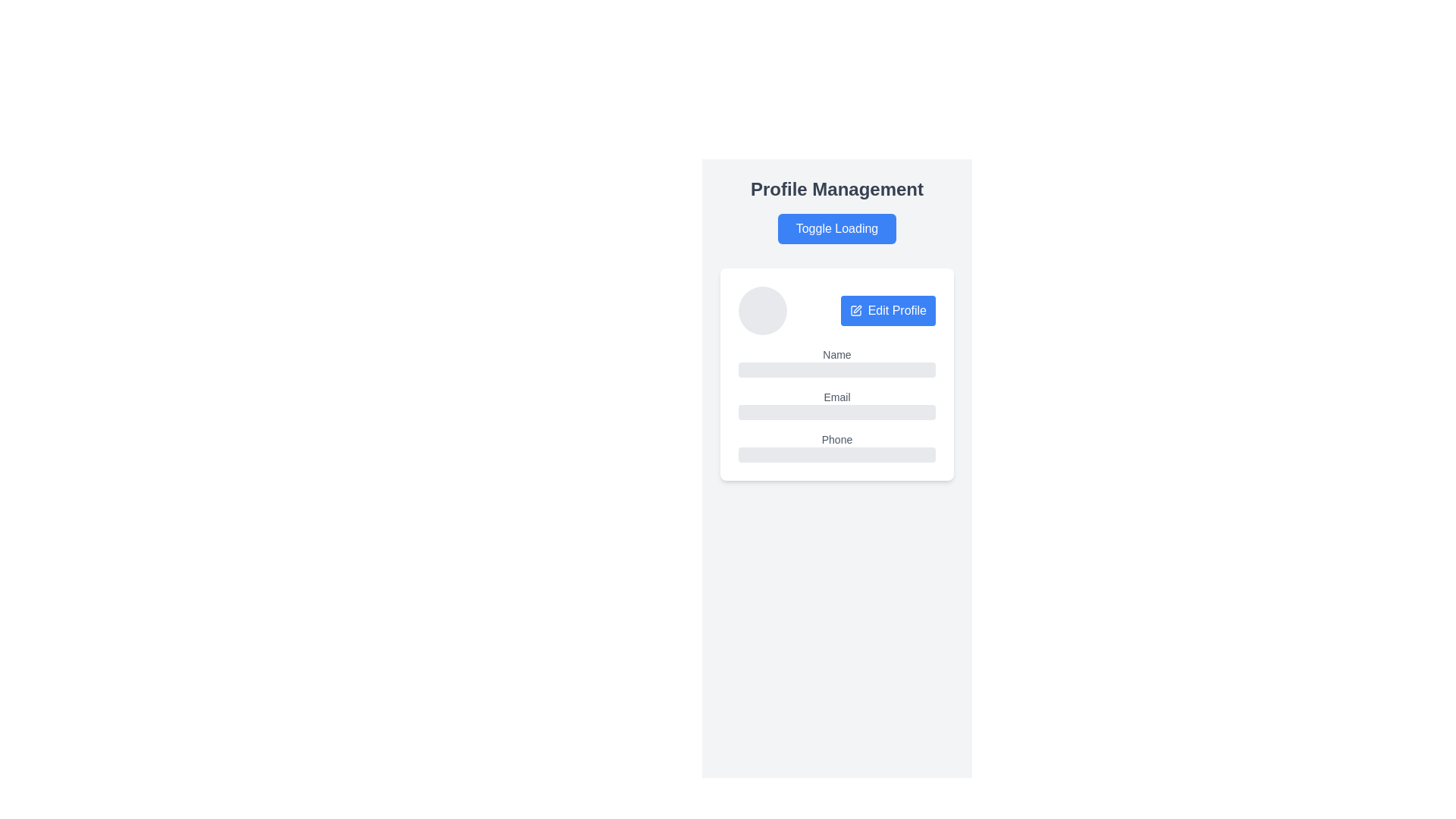  I want to click on the 'Phone' text label, which is styled with 'text-sm text-gray-600' and is positioned in a profile management form below the 'Email' label, so click(836, 439).